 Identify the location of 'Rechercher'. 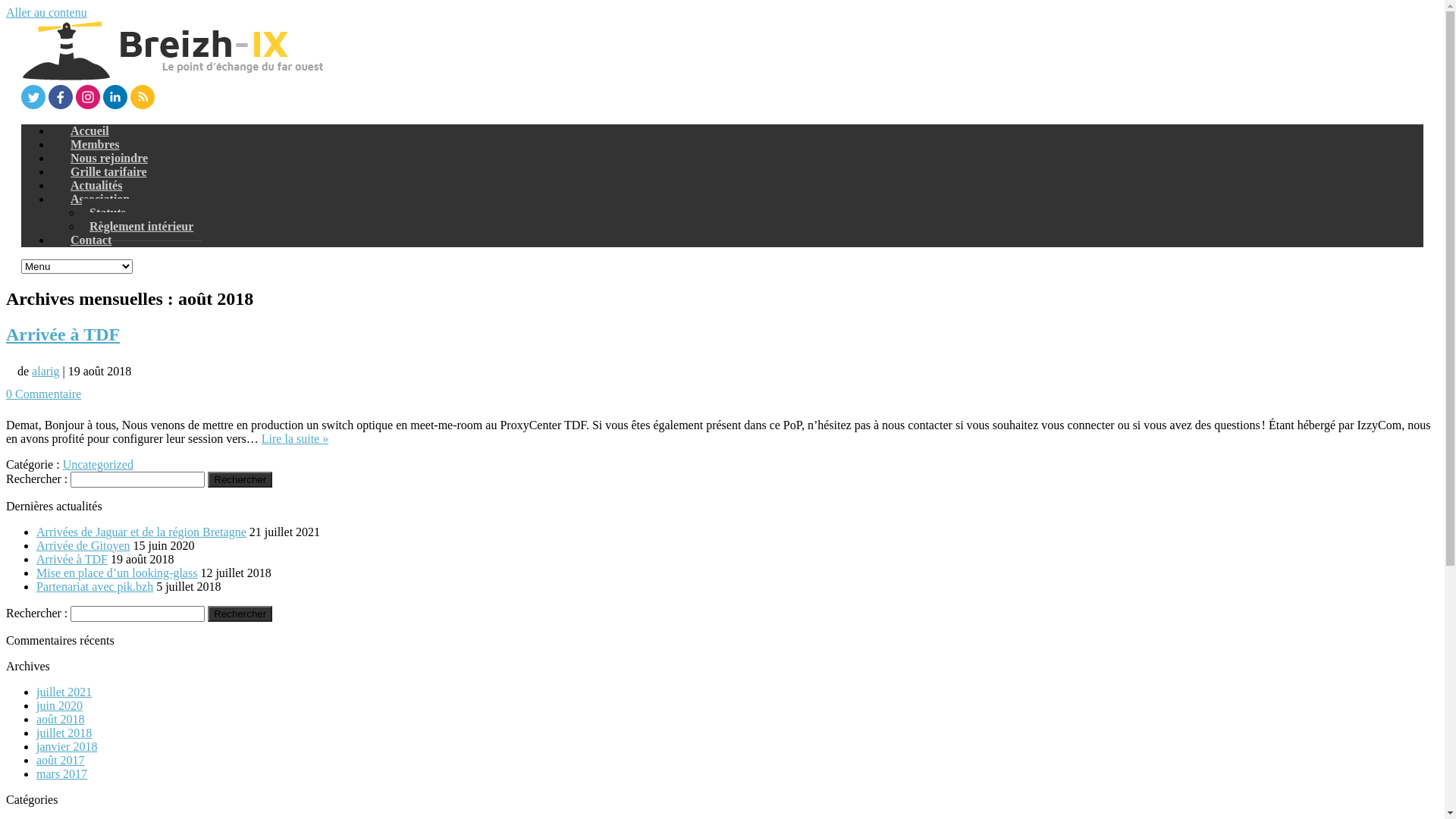
(239, 612).